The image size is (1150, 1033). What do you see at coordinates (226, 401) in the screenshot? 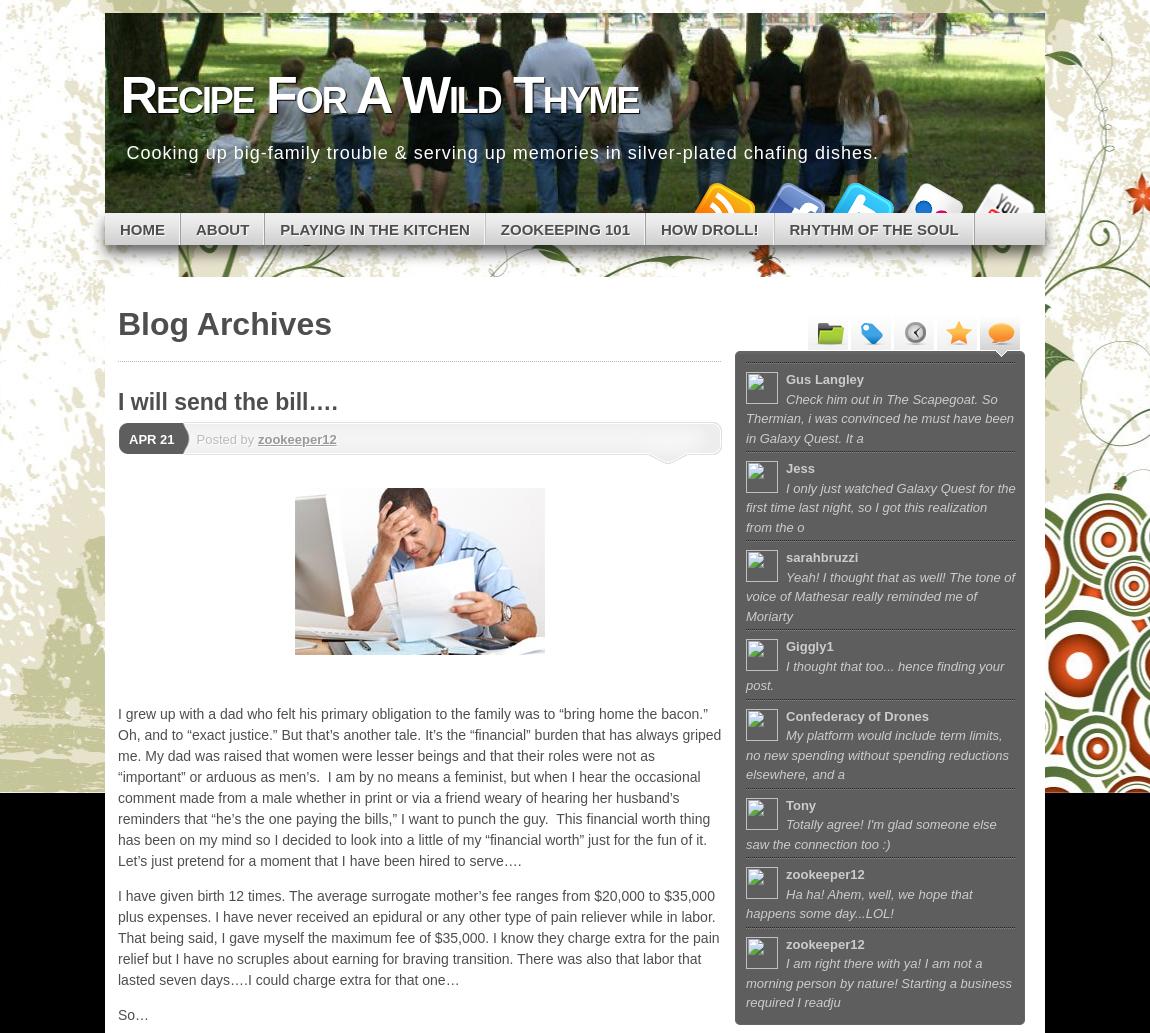
I see `'I will send the bill….'` at bounding box center [226, 401].